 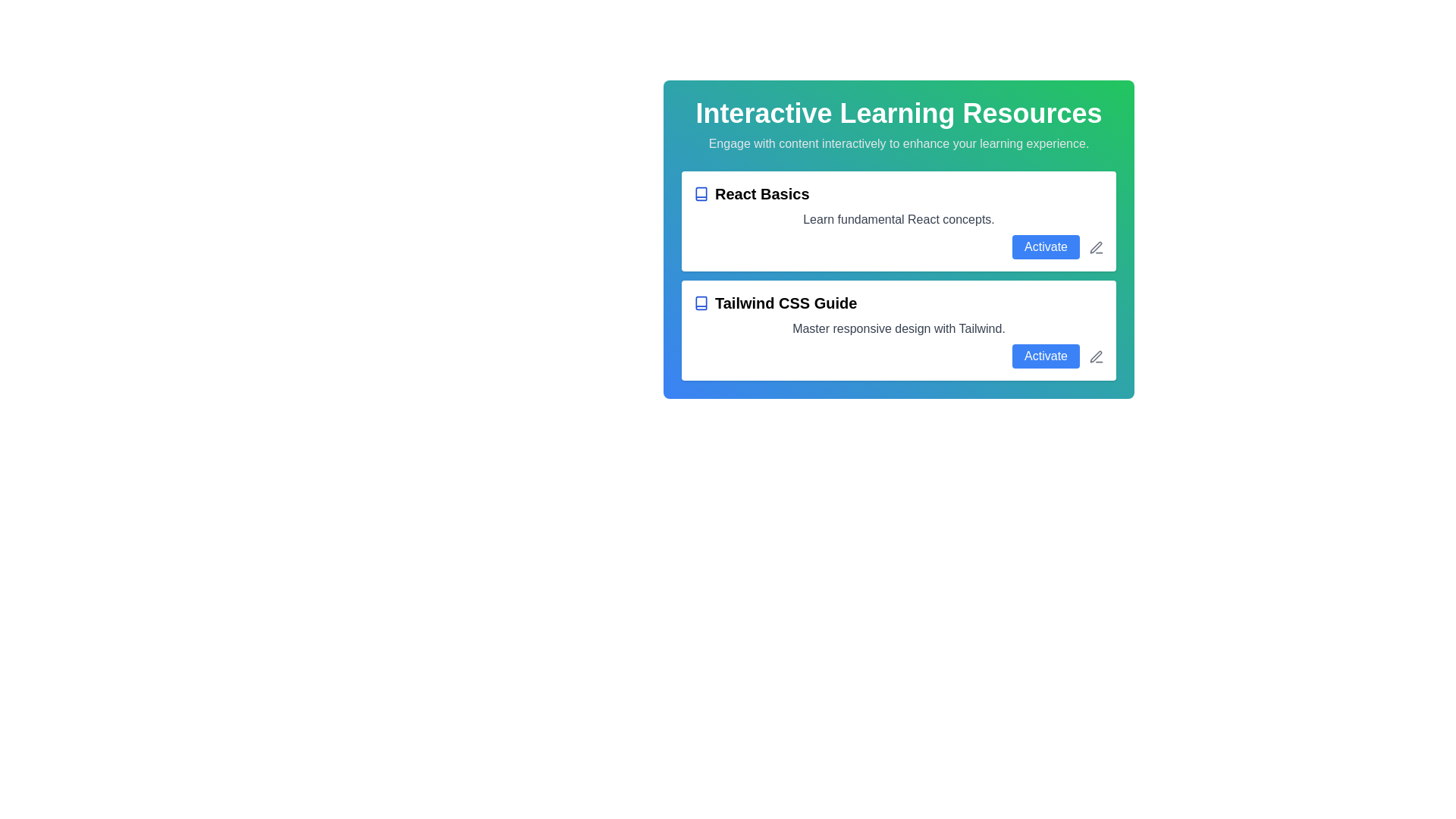 I want to click on the blue book icon located to the immediate left of the text 'React Basics' within the 'Interactive Learning Resources' section by clicking on it, so click(x=701, y=193).